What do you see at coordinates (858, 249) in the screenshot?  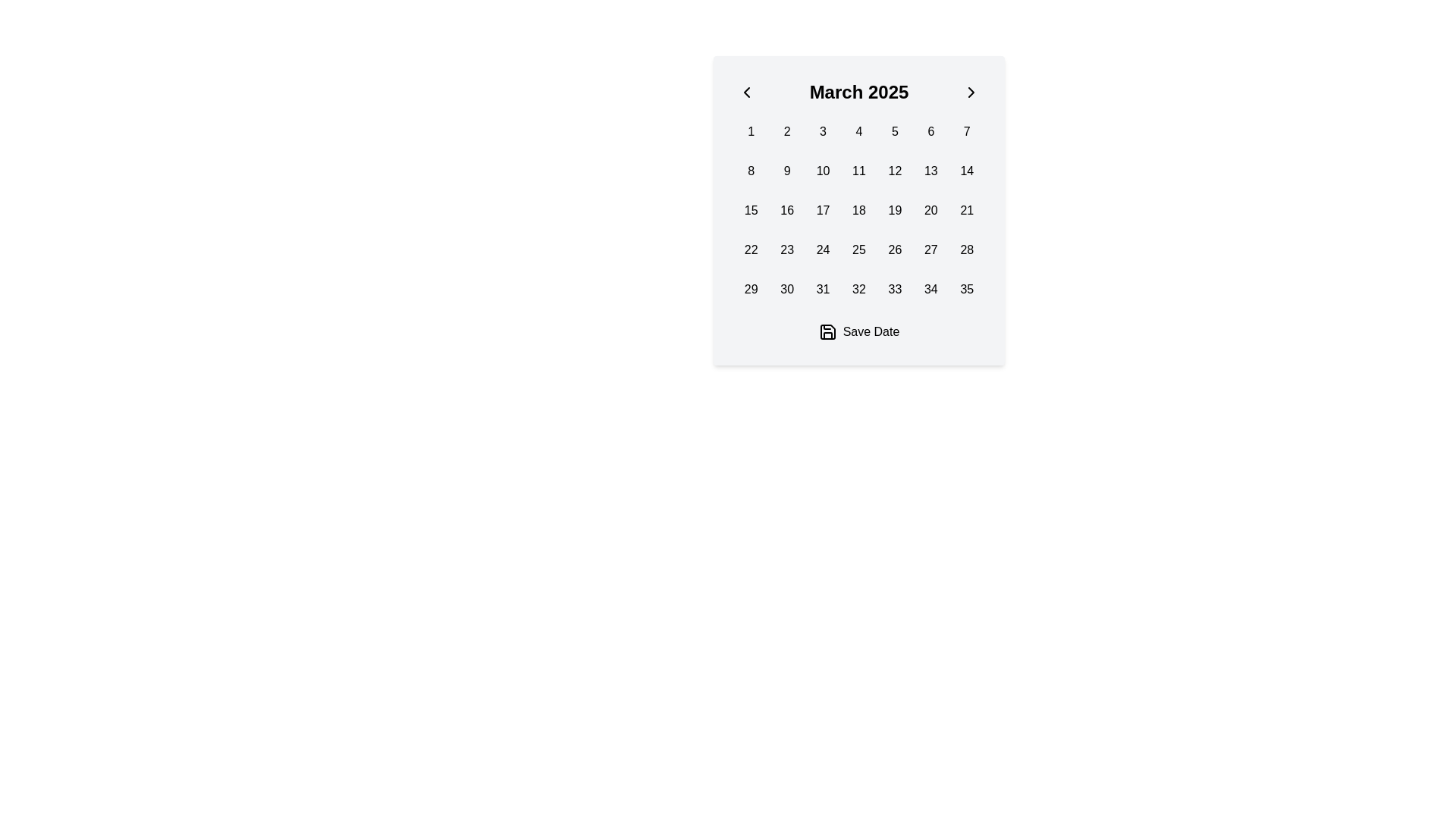 I see `the button for the 25th day in the calendar grid of March 2025` at bounding box center [858, 249].